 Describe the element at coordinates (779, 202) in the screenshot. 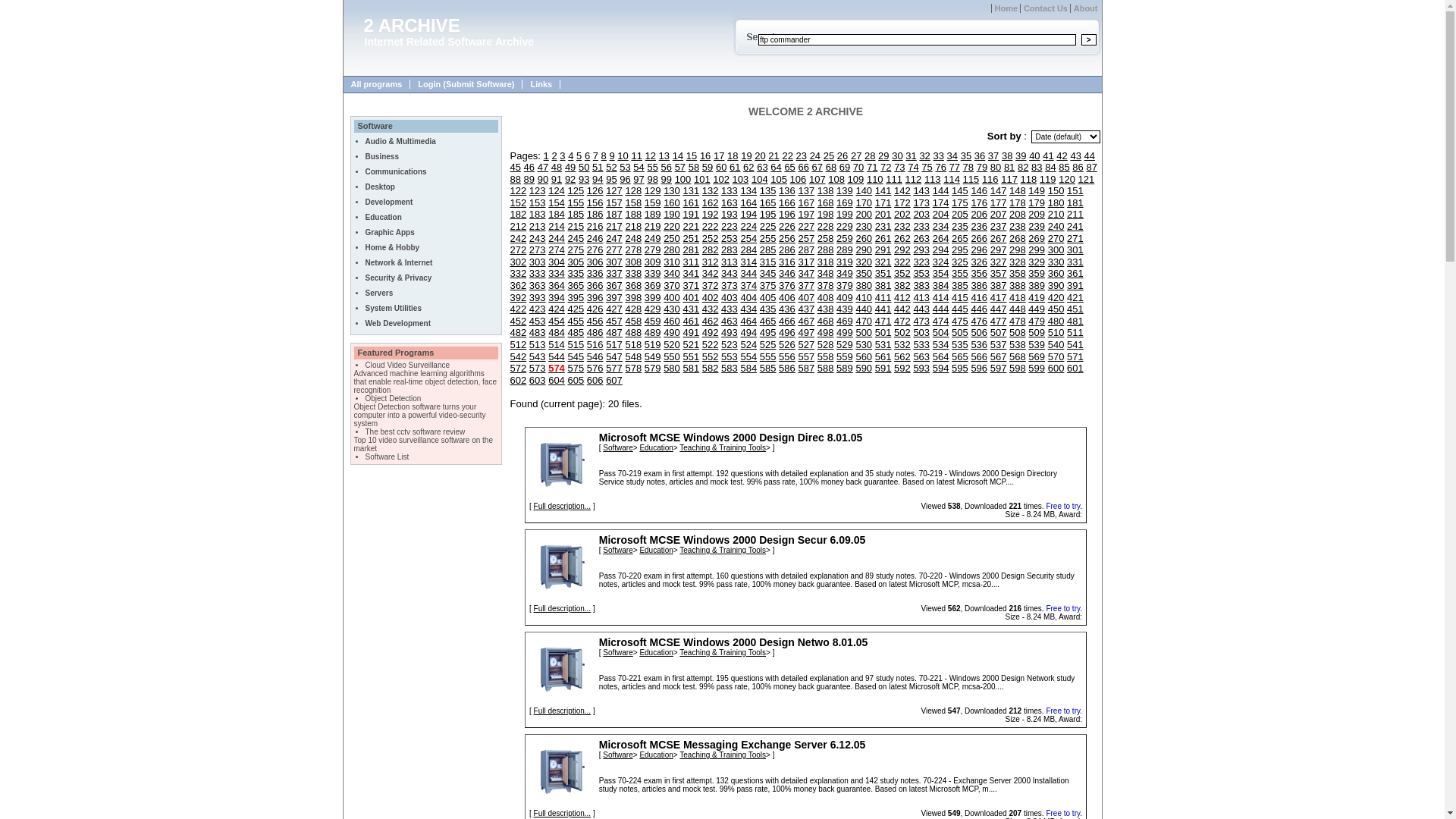

I see `'166'` at that location.